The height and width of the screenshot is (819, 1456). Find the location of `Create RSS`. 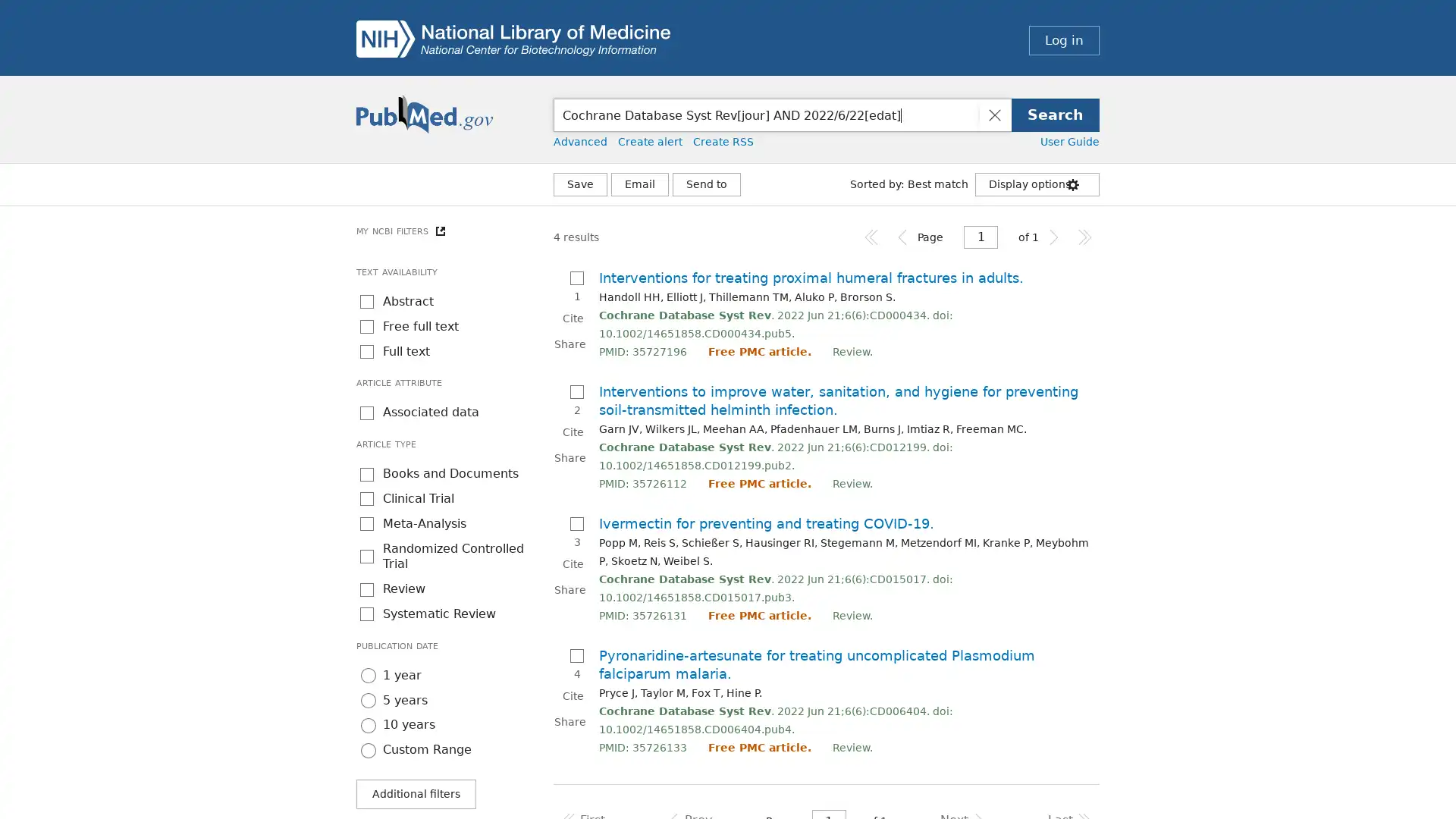

Create RSS is located at coordinates (723, 141).